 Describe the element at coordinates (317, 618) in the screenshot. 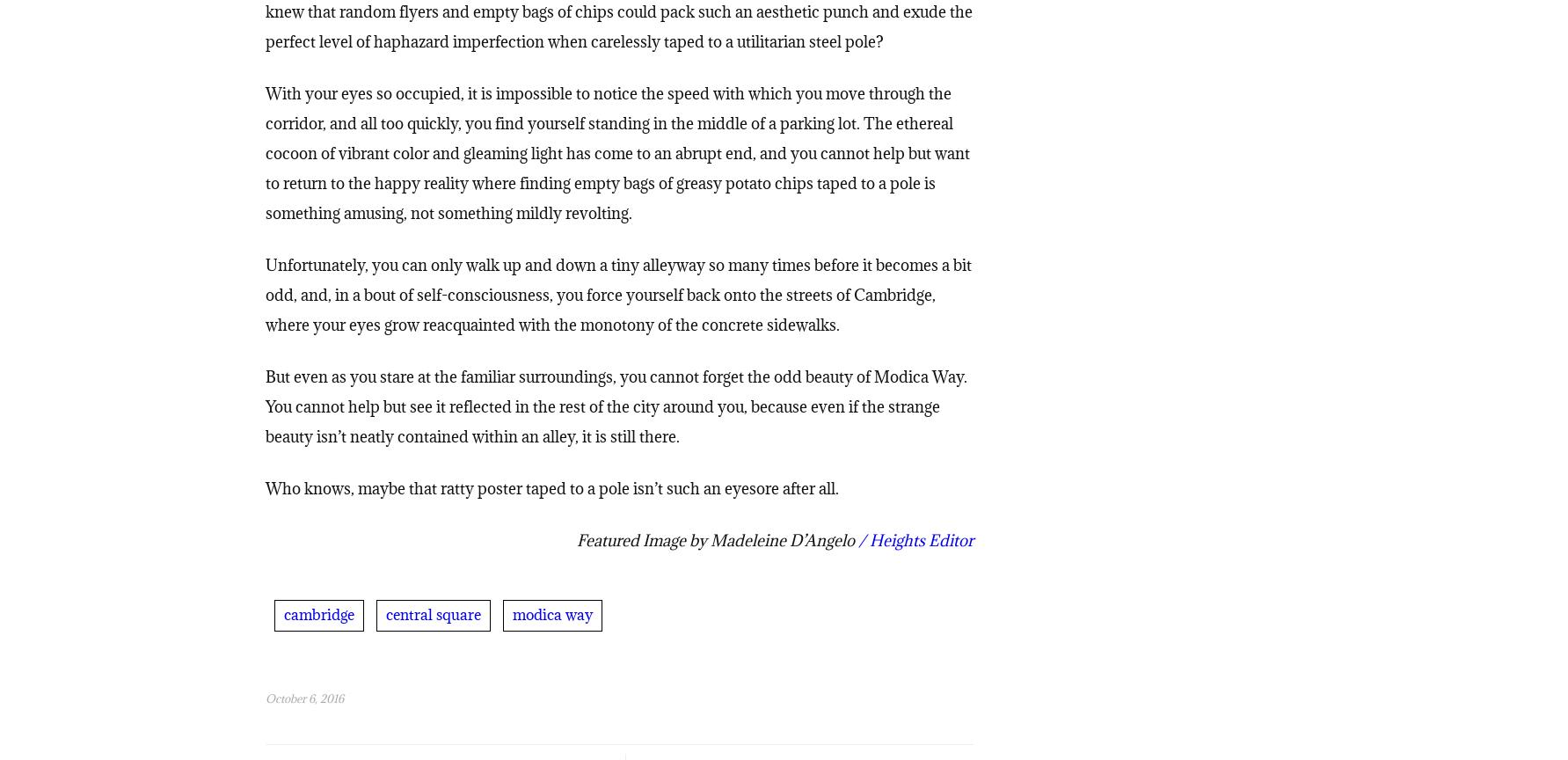

I see `'cambridge'` at that location.